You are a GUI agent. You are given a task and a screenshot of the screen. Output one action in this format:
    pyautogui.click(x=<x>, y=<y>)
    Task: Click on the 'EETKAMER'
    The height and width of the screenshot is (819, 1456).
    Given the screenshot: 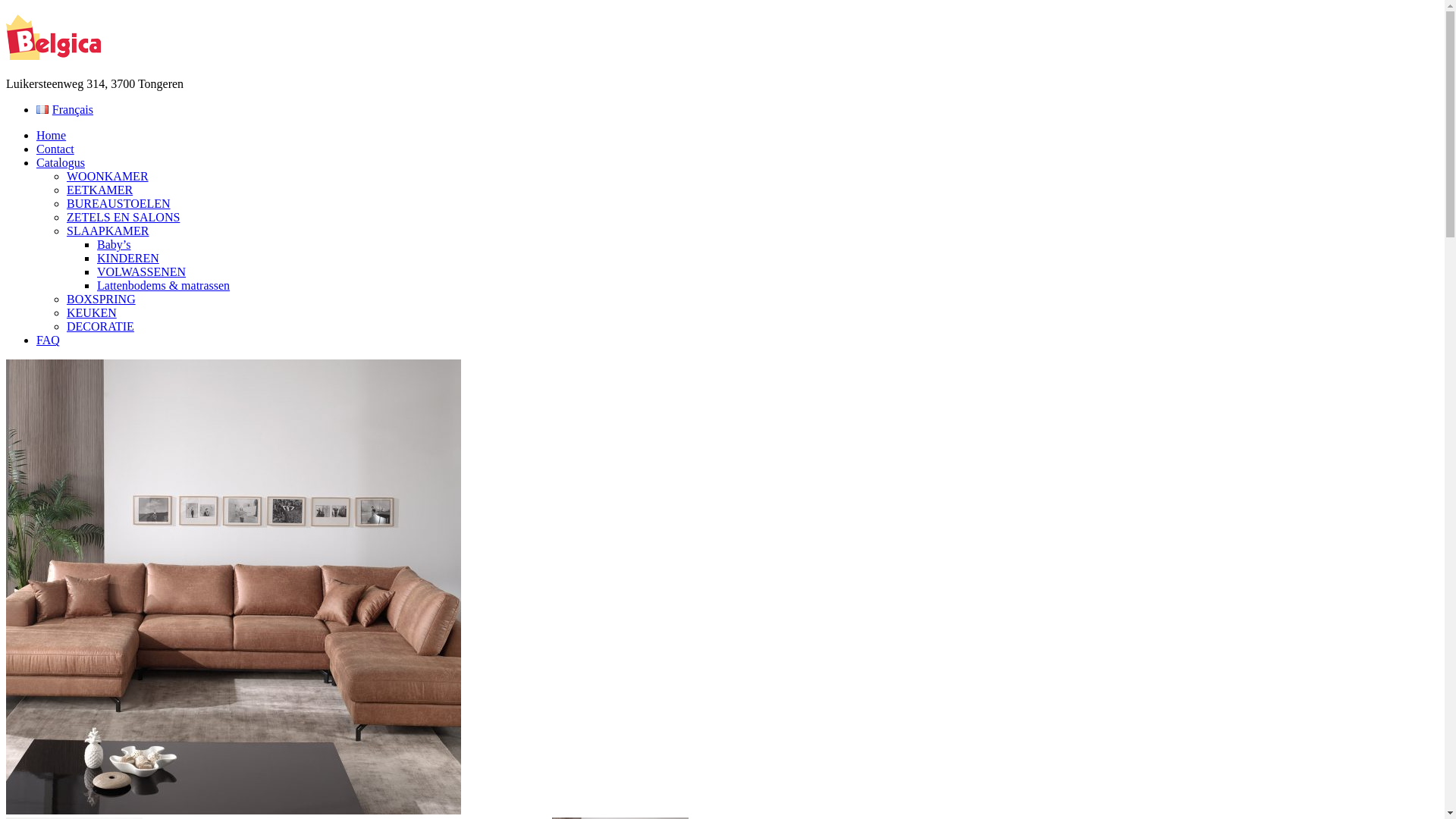 What is the action you would take?
    pyautogui.click(x=99, y=189)
    